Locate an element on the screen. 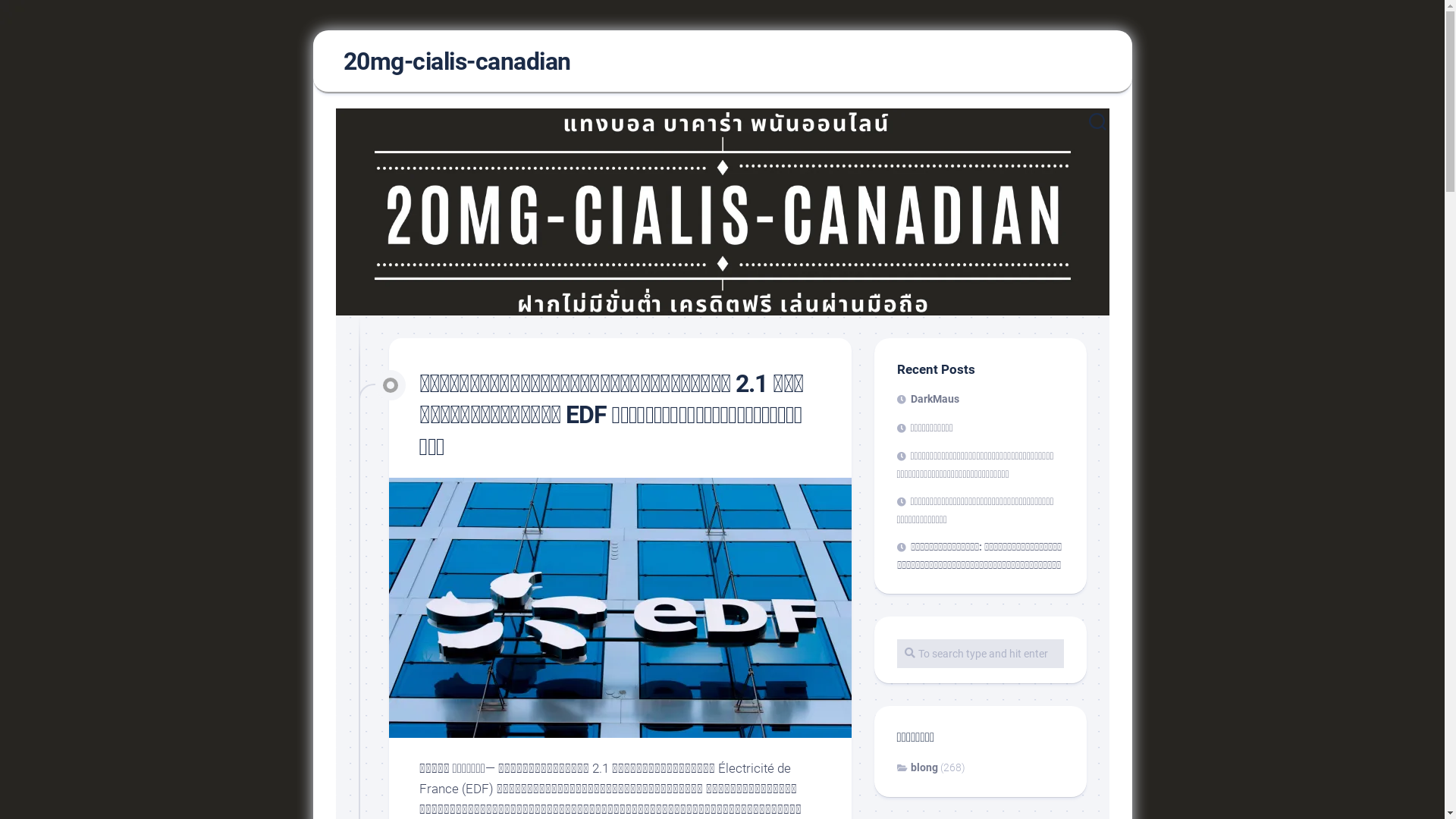 The width and height of the screenshot is (1456, 819). 'blong' is located at coordinates (916, 767).